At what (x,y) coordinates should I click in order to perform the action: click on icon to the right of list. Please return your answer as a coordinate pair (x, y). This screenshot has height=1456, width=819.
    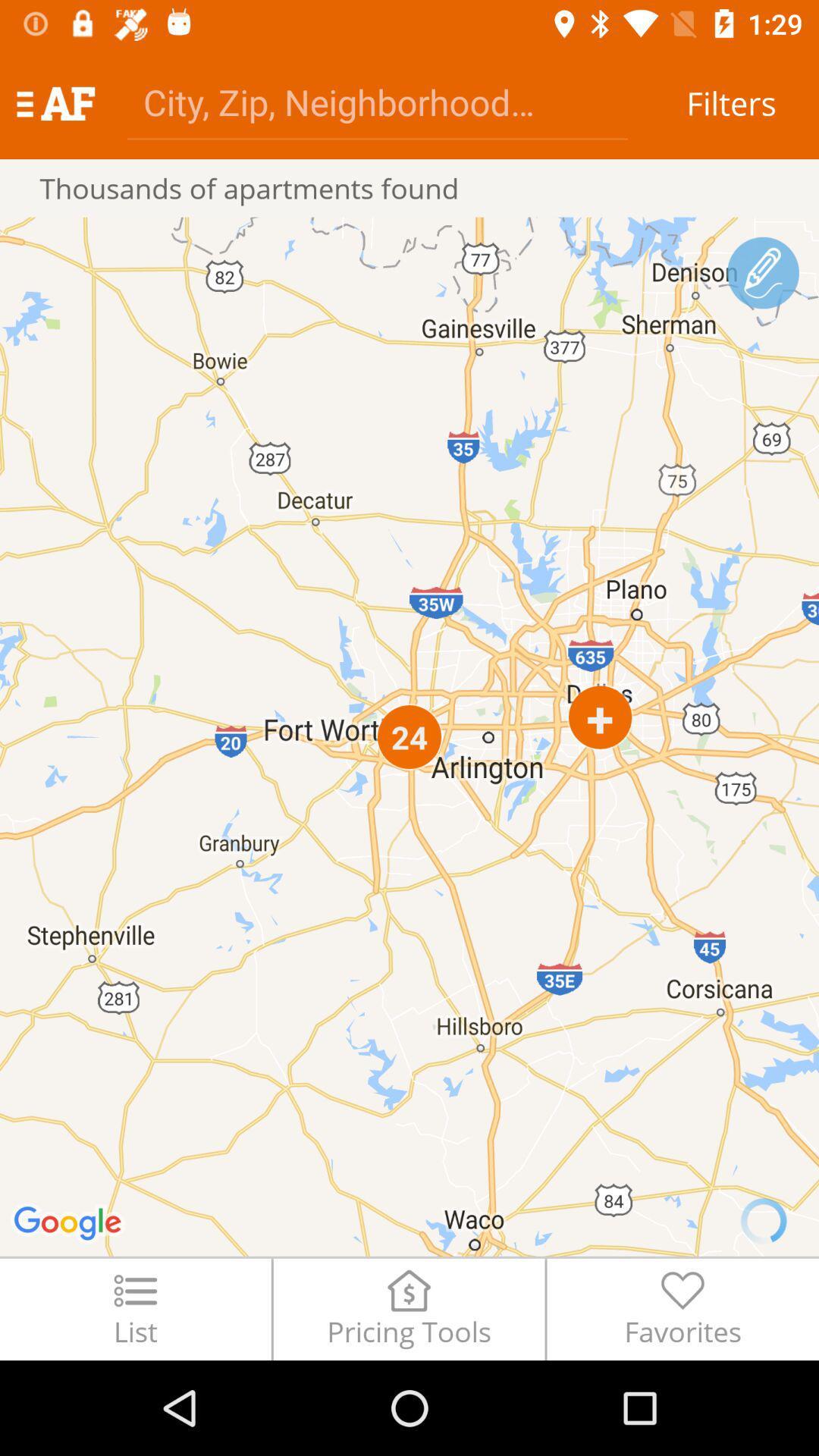
    Looking at the image, I should click on (408, 1308).